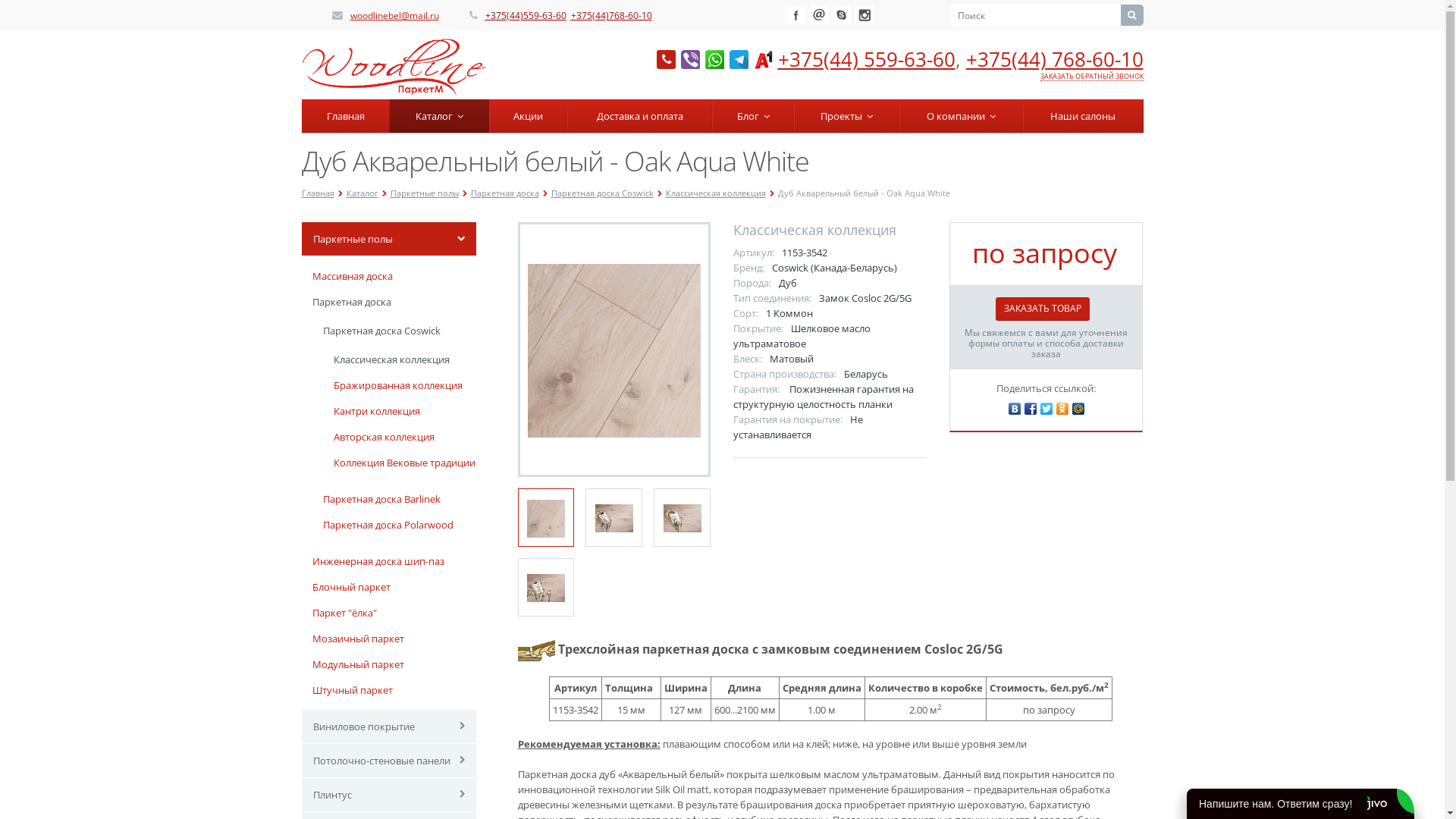 The image size is (1456, 819). Describe the element at coordinates (689, 58) in the screenshot. I see `'viber_icon.png'` at that location.